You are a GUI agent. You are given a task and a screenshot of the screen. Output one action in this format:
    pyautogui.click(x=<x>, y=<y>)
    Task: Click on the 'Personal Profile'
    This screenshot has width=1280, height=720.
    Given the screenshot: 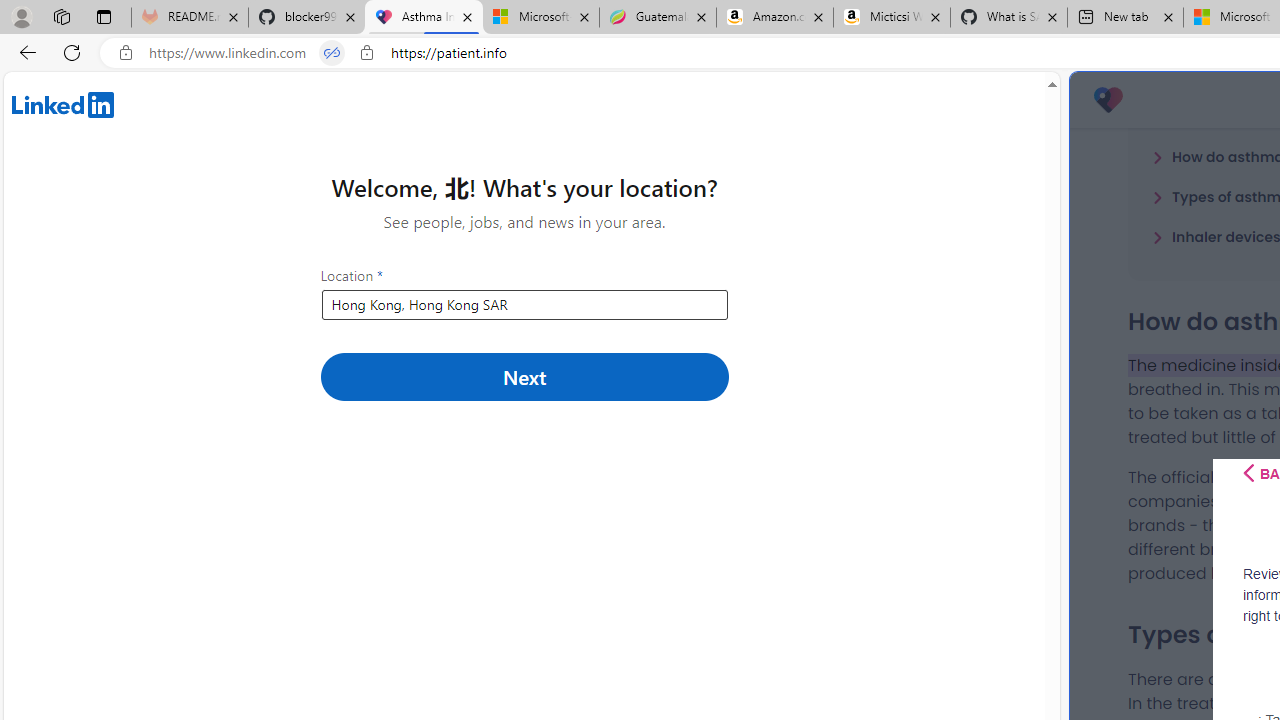 What is the action you would take?
    pyautogui.click(x=21, y=16)
    